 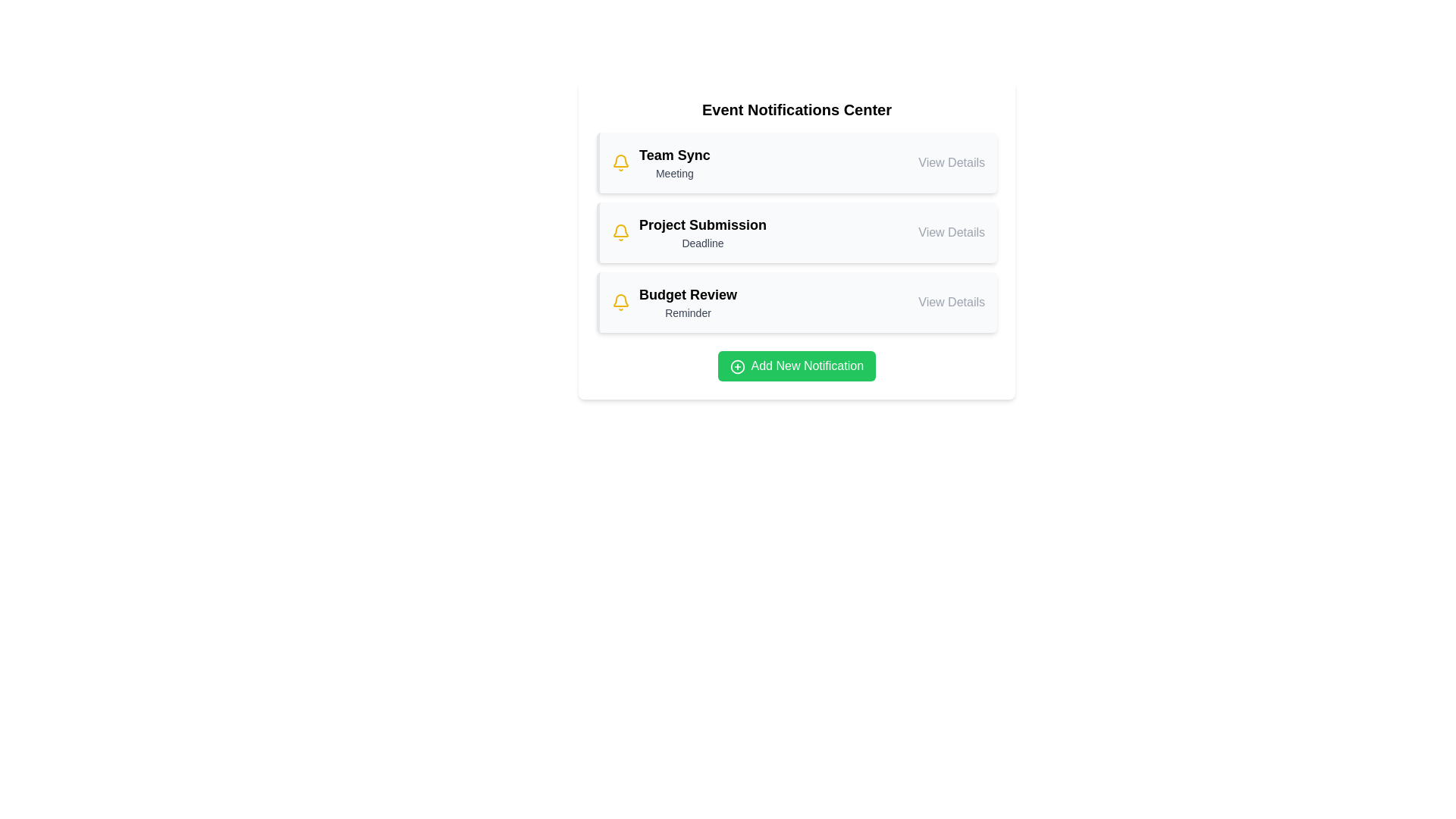 I want to click on the third notification item displaying 'Budget Review' in bold large font and 'Reminder' in smaller gray font, which is located below the 'Project Submission' notification and above the 'Add New Notification' button, so click(x=687, y=302).